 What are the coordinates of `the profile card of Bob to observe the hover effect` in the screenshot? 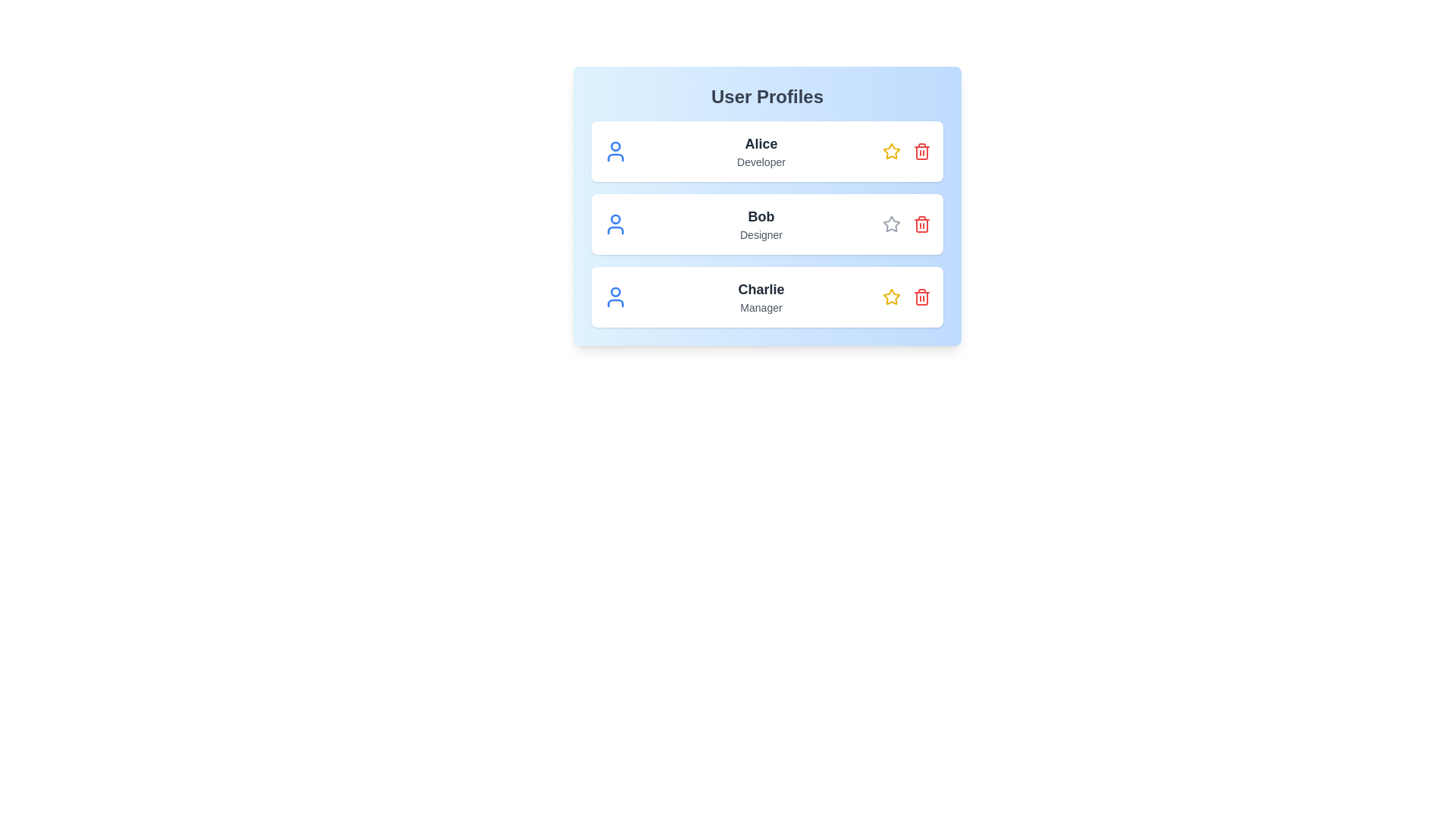 It's located at (767, 224).